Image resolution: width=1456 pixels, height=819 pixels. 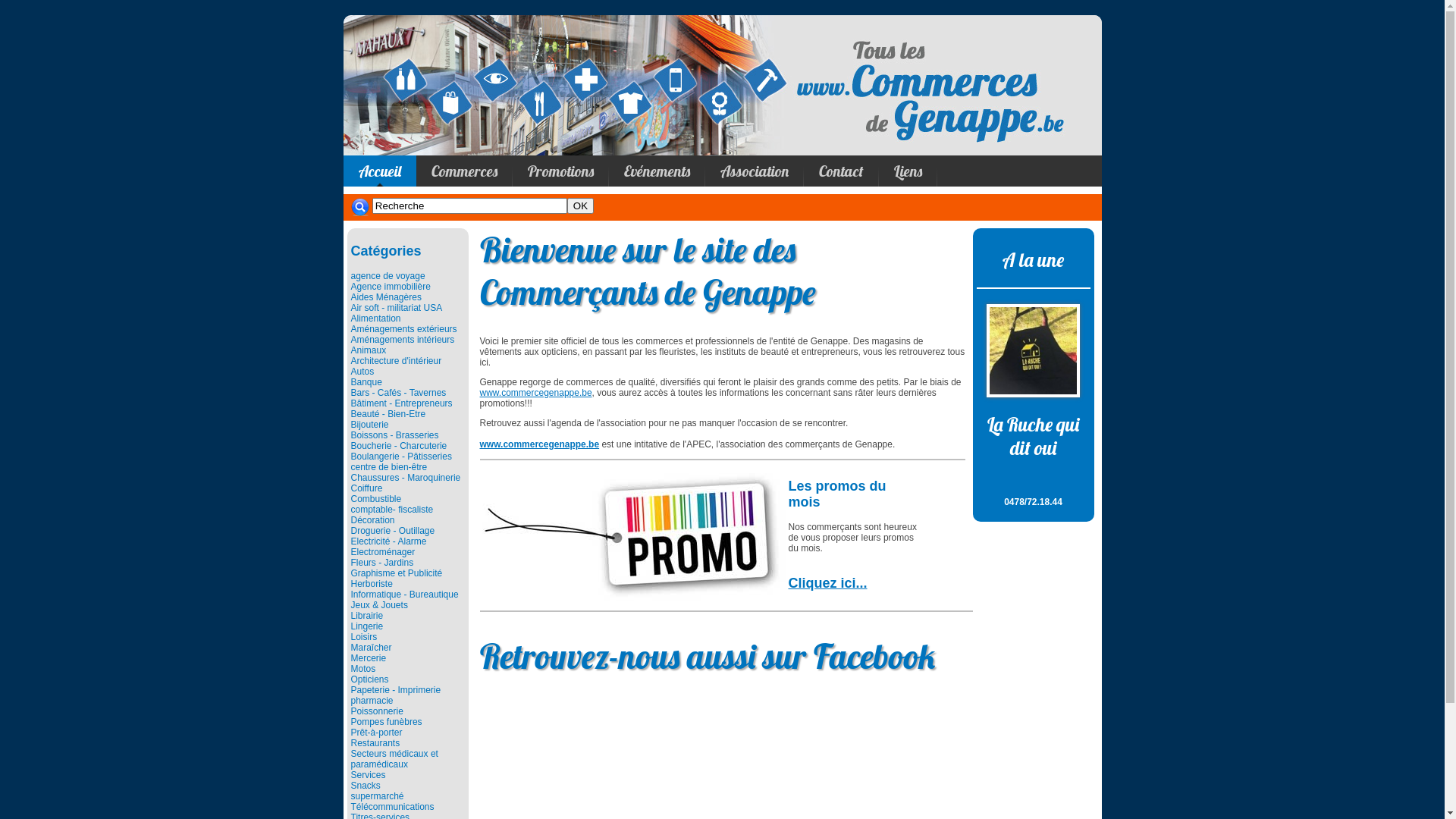 What do you see at coordinates (349, 616) in the screenshot?
I see `'Librairie'` at bounding box center [349, 616].